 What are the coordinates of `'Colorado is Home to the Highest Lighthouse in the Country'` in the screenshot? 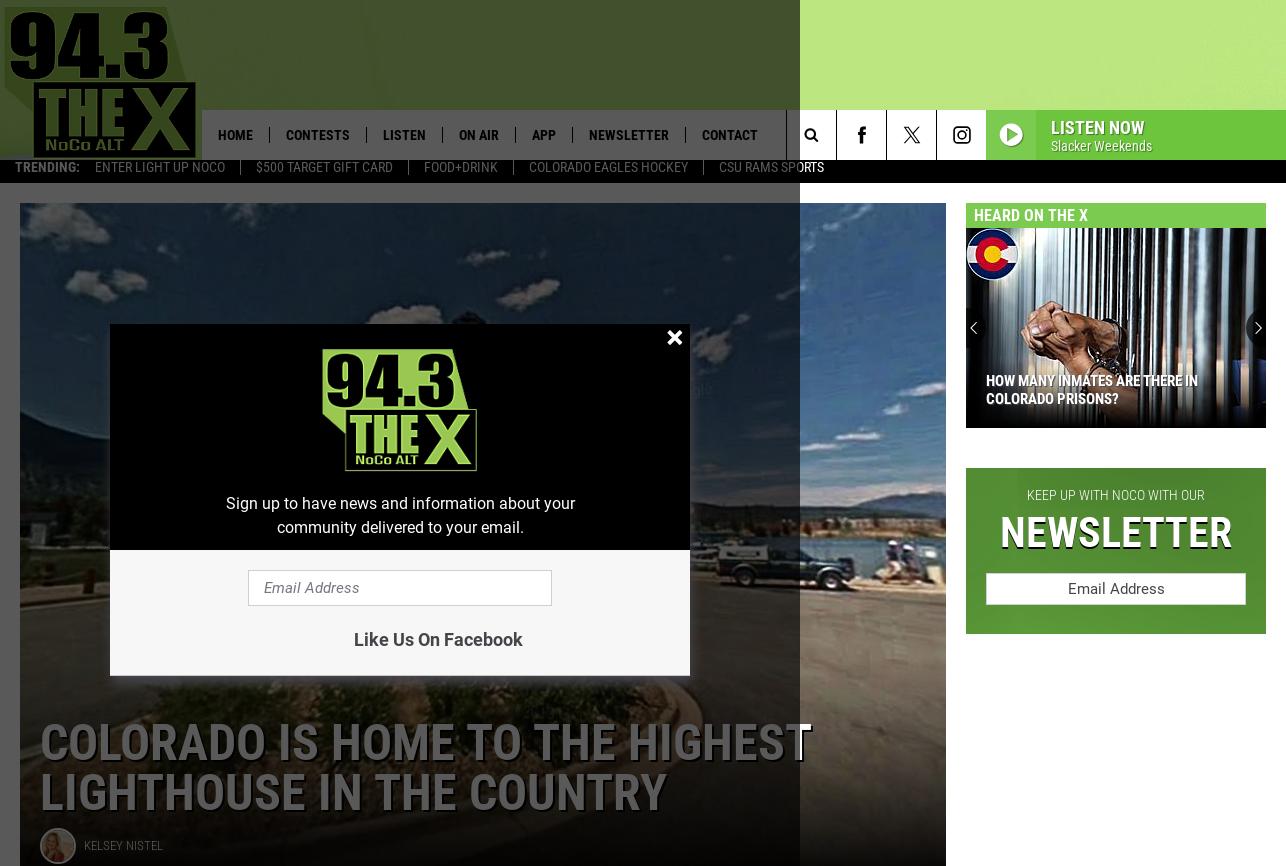 It's located at (424, 775).